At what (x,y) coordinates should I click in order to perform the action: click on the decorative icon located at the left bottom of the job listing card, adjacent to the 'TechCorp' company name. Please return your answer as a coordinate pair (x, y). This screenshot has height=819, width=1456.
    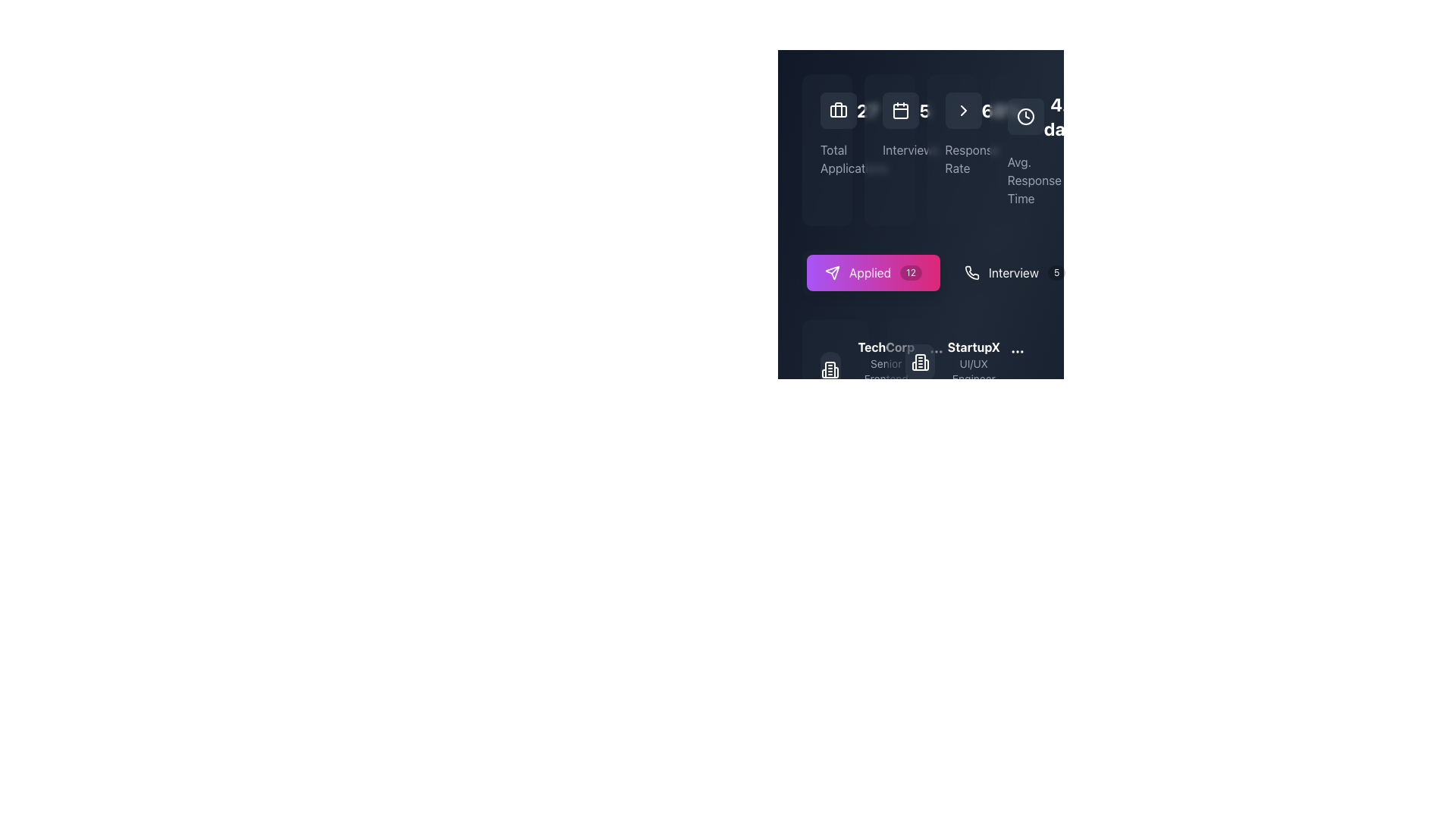
    Looking at the image, I should click on (835, 370).